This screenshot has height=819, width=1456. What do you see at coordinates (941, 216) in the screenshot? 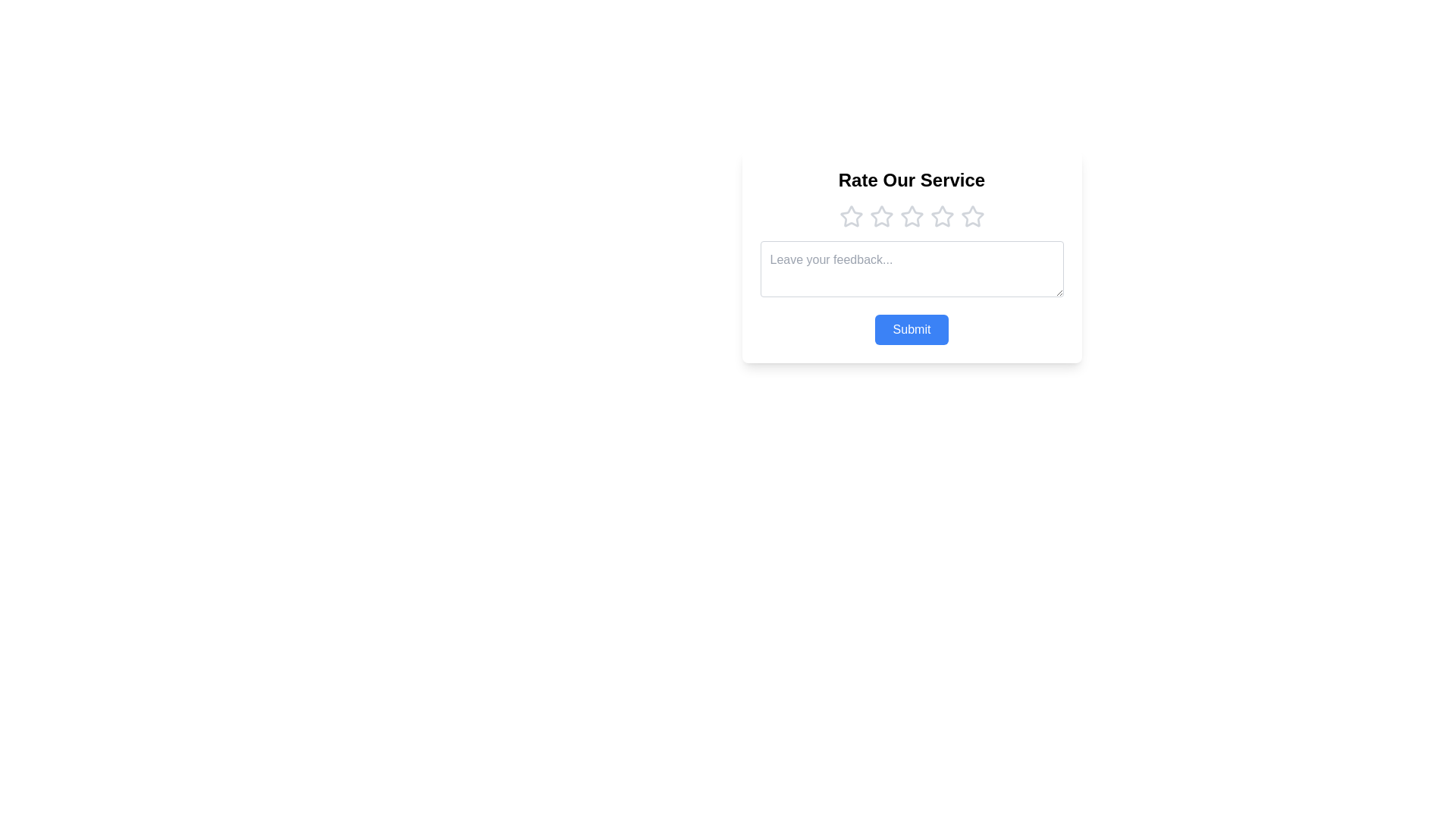
I see `the fifth star in the rating system below the 'Rate Our Service' text` at bounding box center [941, 216].